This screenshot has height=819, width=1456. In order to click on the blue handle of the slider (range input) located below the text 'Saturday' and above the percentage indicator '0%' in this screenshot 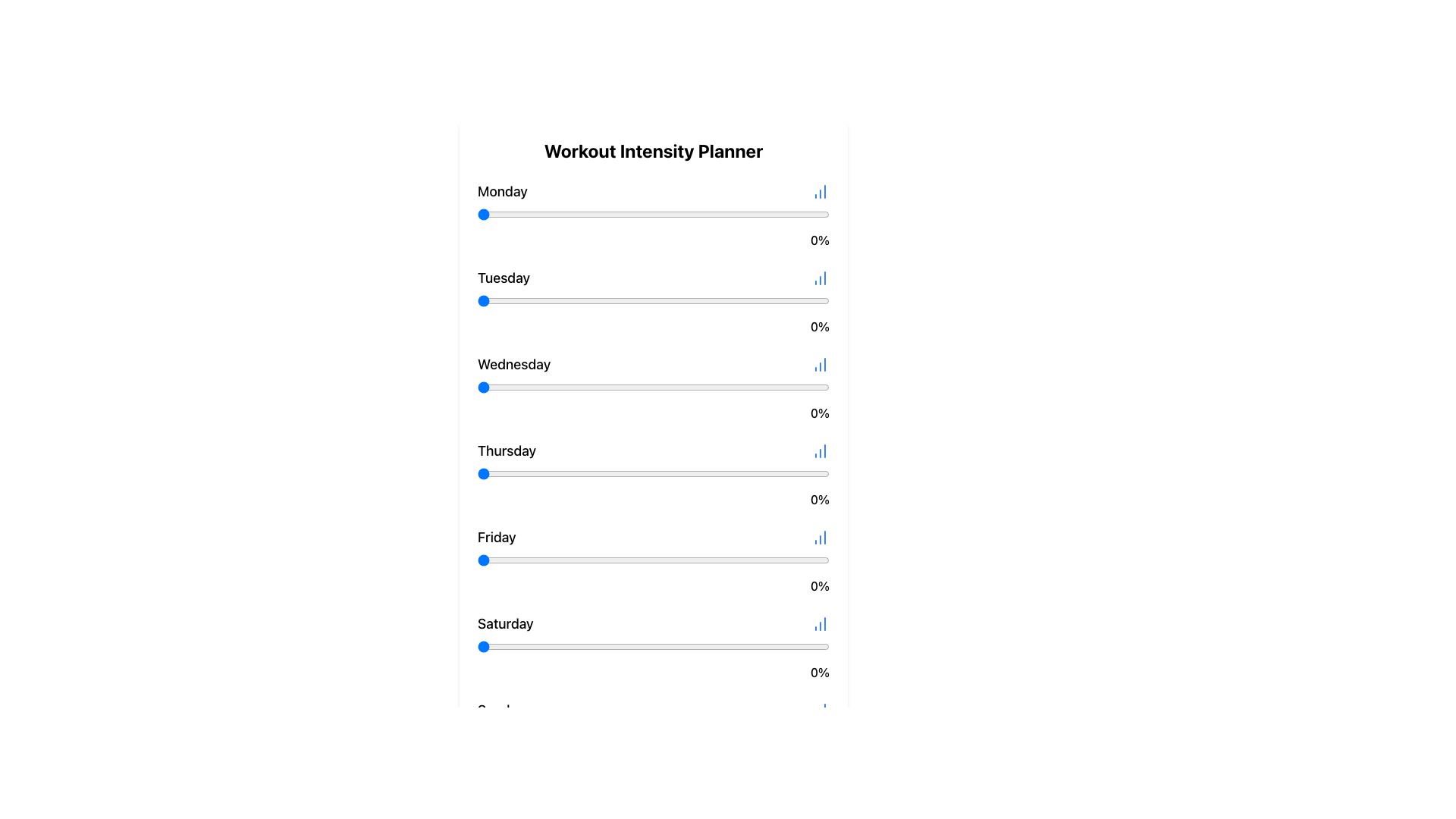, I will do `click(654, 646)`.